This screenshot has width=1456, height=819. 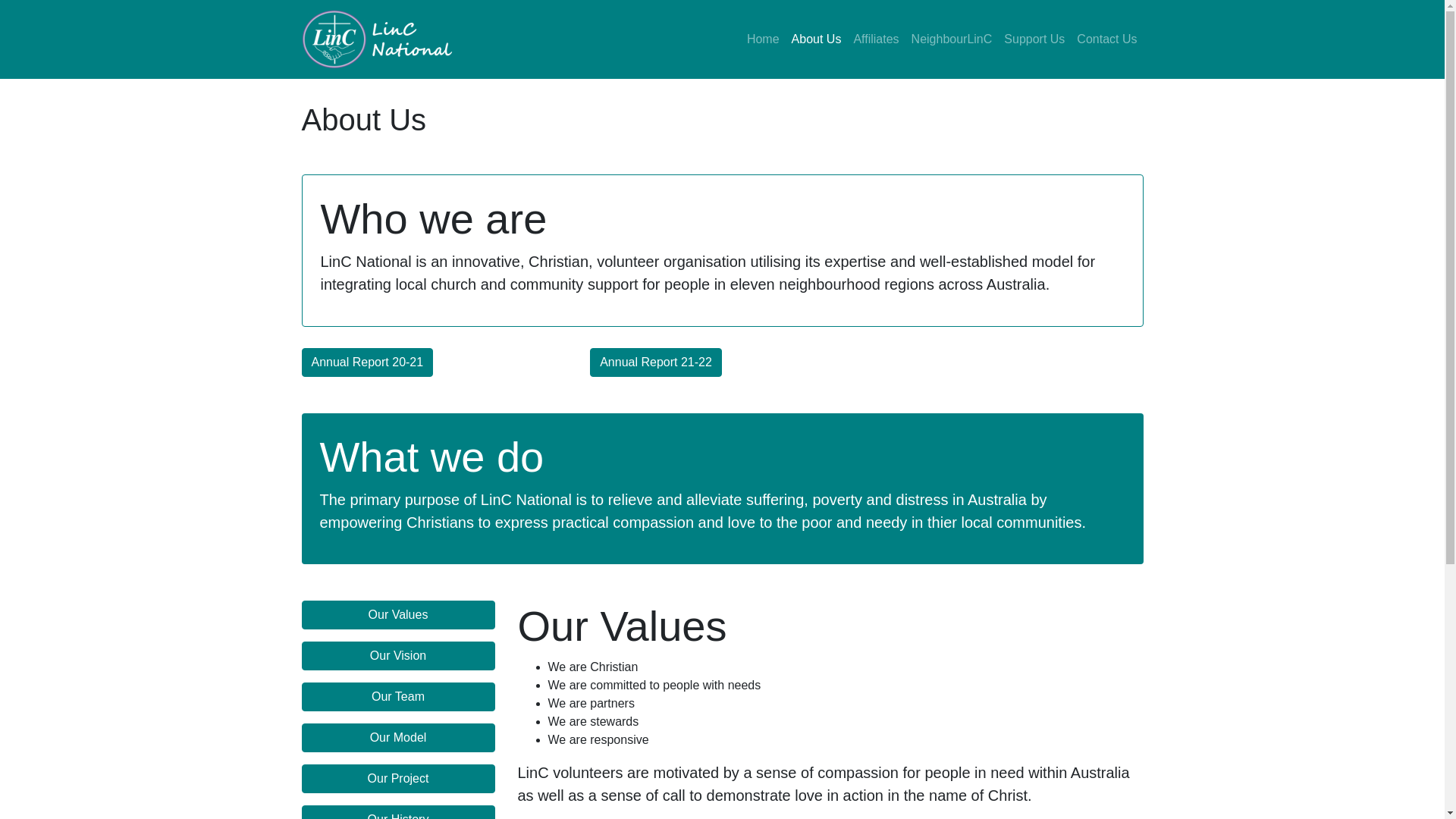 What do you see at coordinates (398, 736) in the screenshot?
I see `'Our Model'` at bounding box center [398, 736].